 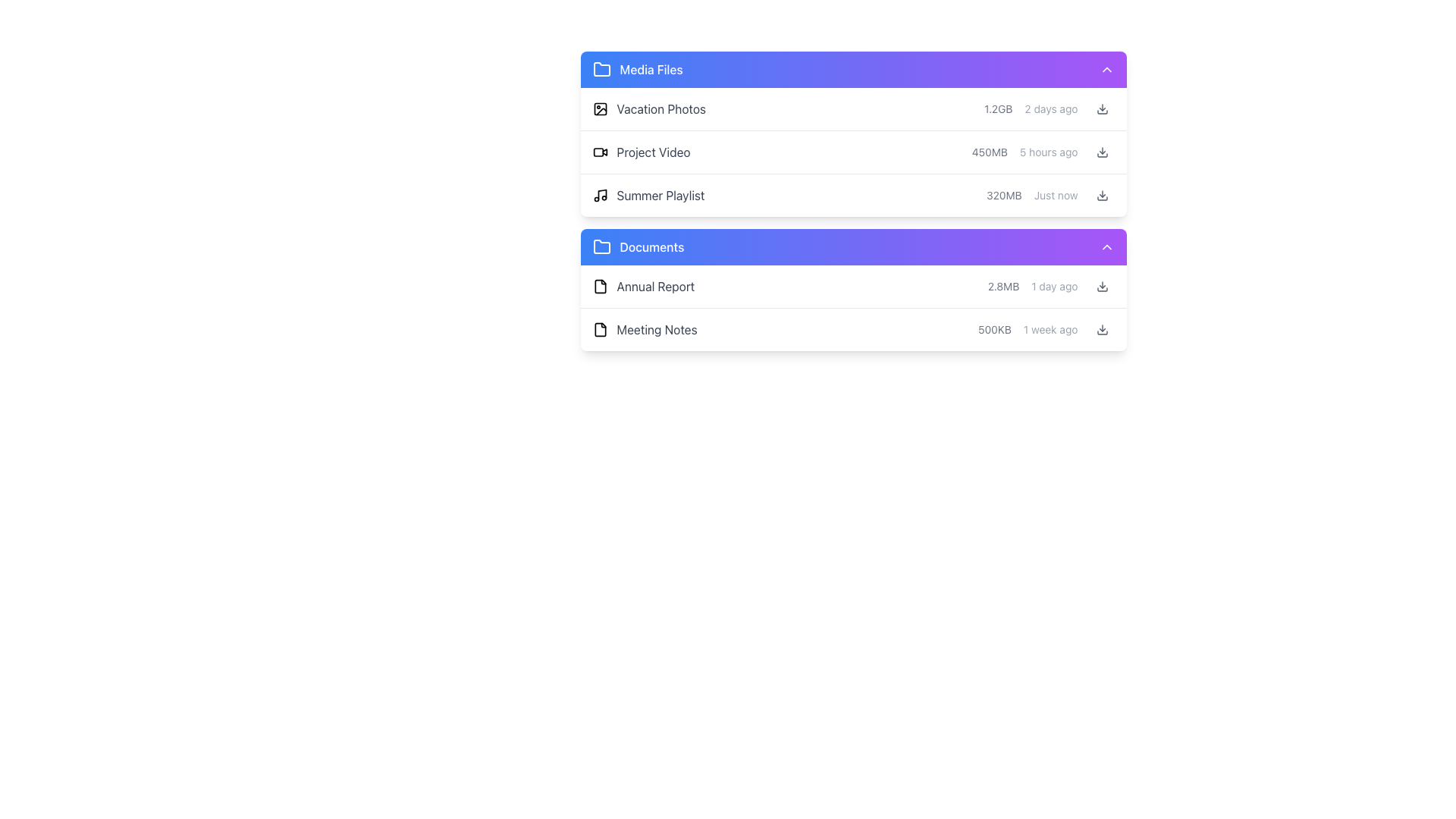 I want to click on label 'Annual Report' which is styled in gray font and located next to the document icon in the 'Documents' section, so click(x=643, y=287).